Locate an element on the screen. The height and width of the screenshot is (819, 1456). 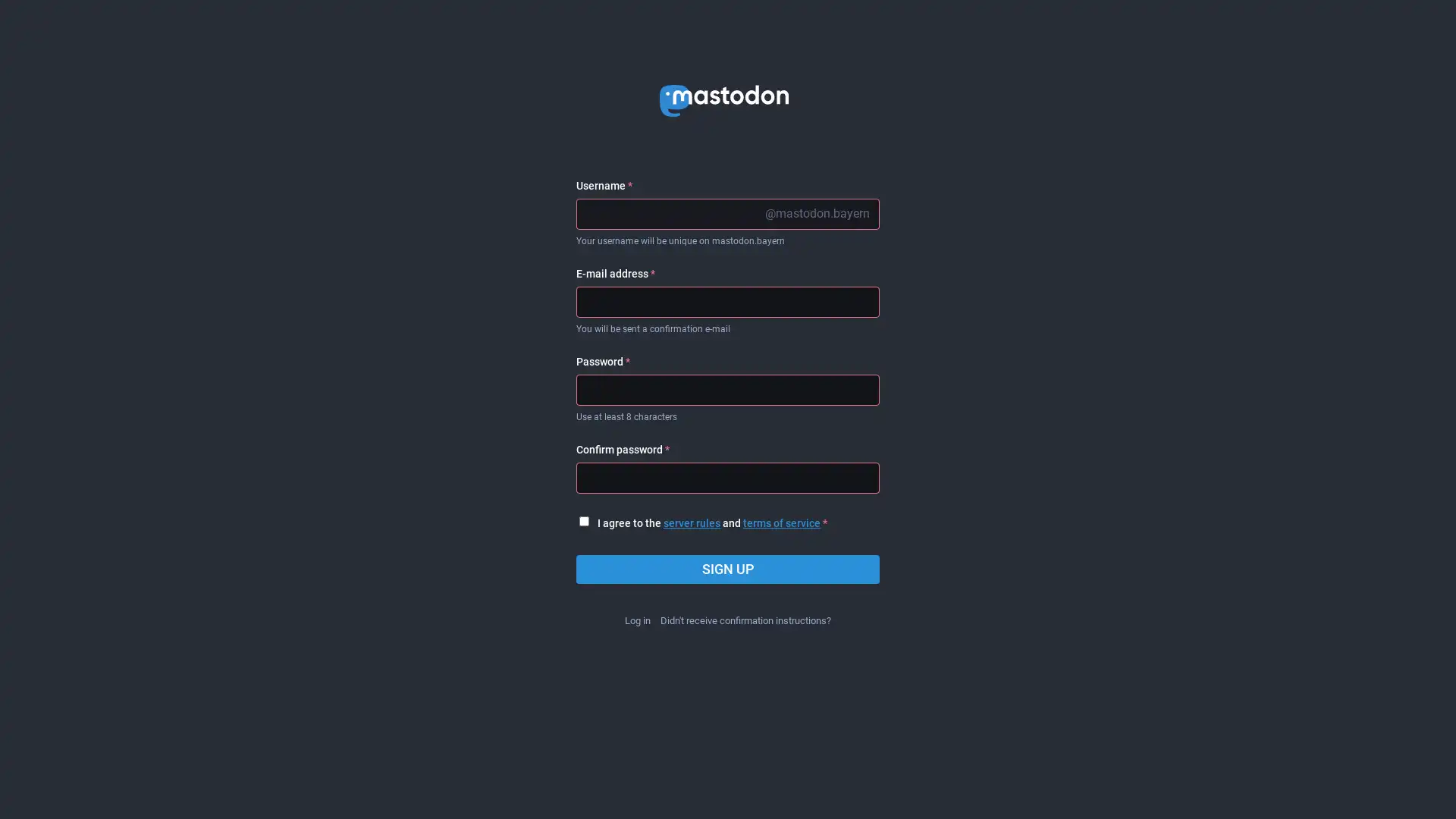
SIGN UP is located at coordinates (728, 570).